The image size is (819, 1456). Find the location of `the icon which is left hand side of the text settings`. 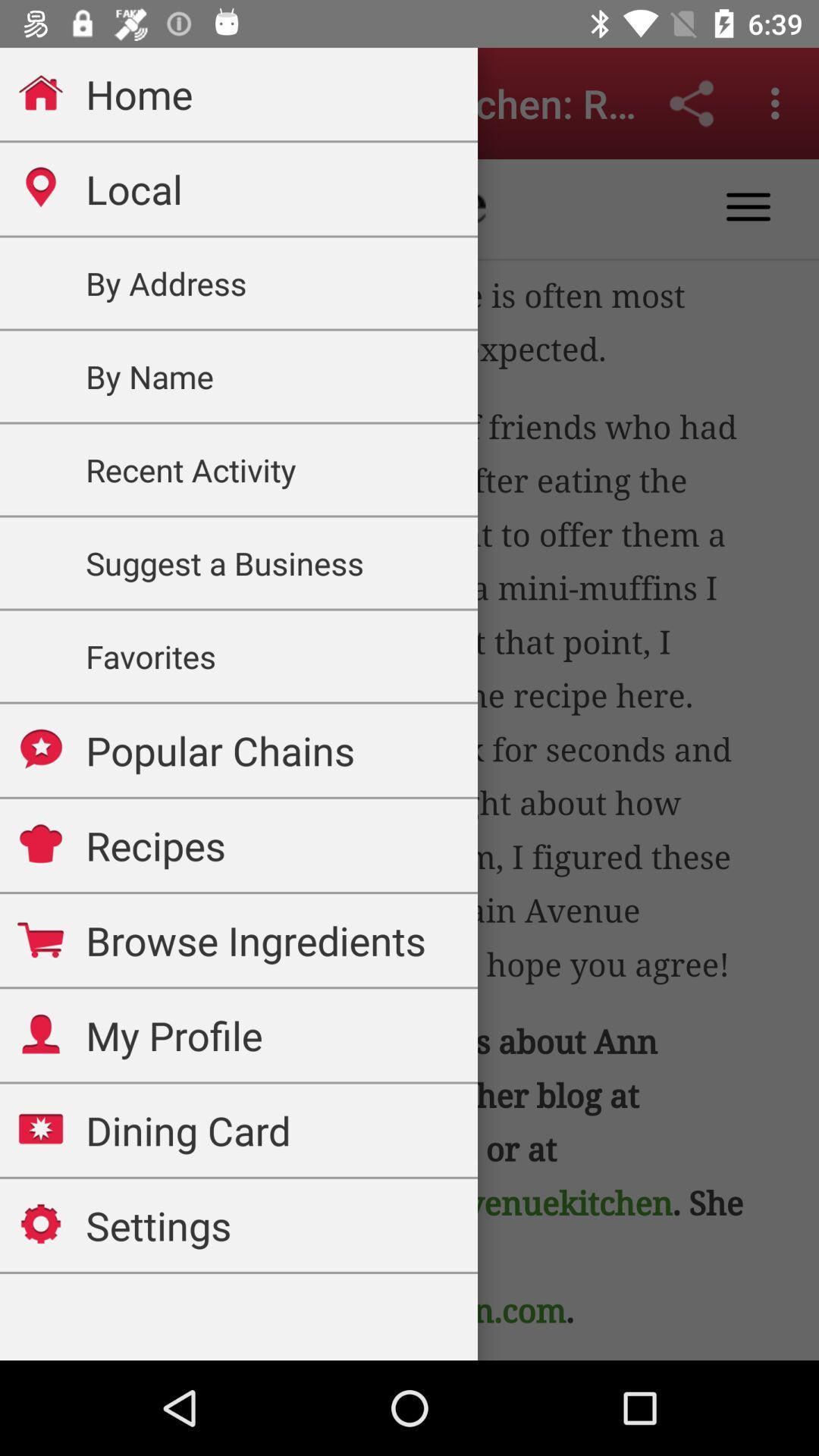

the icon which is left hand side of the text settings is located at coordinates (40, 1223).